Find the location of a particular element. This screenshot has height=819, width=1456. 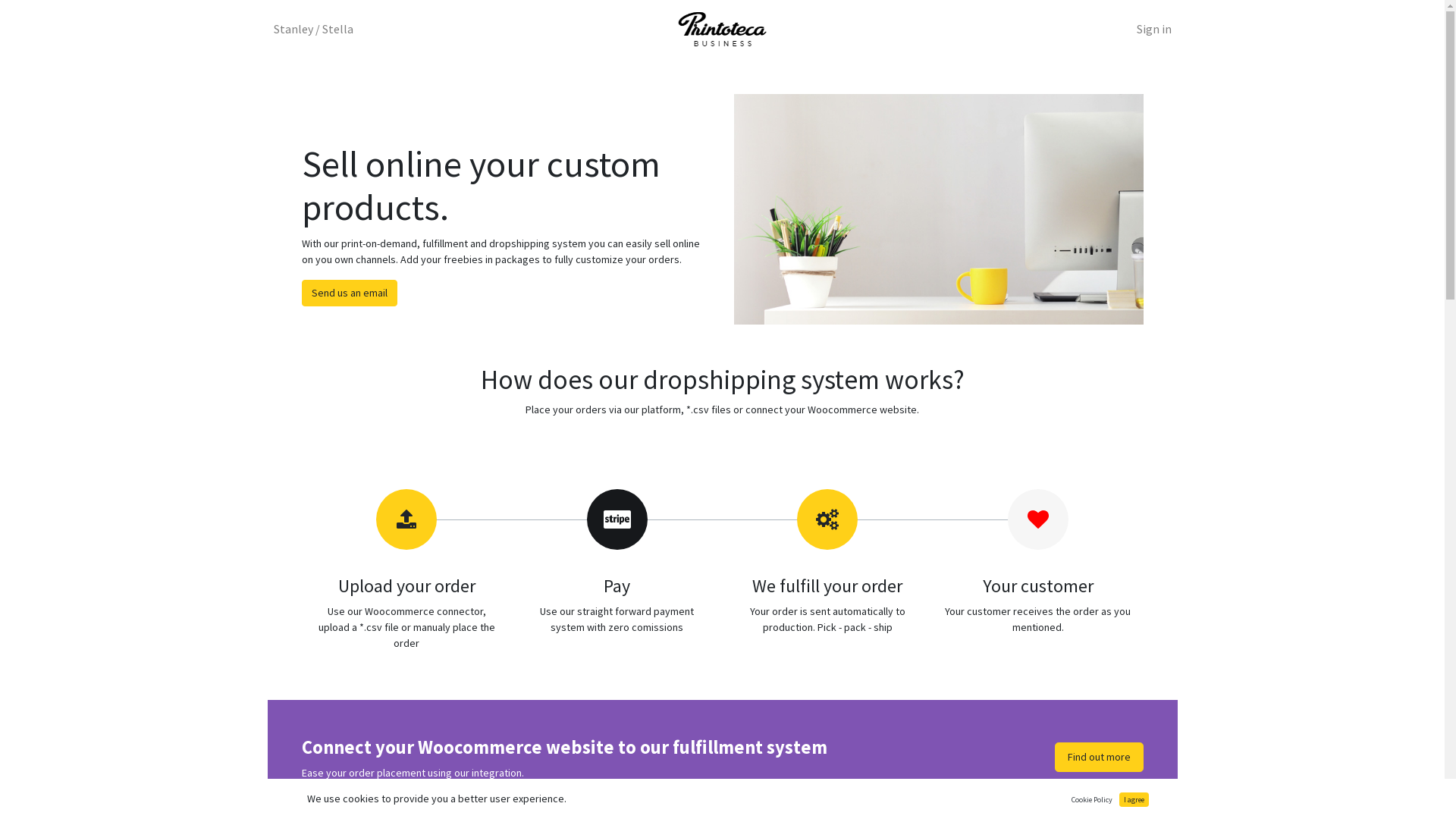

'Printoteca Business' is located at coordinates (721, 29).